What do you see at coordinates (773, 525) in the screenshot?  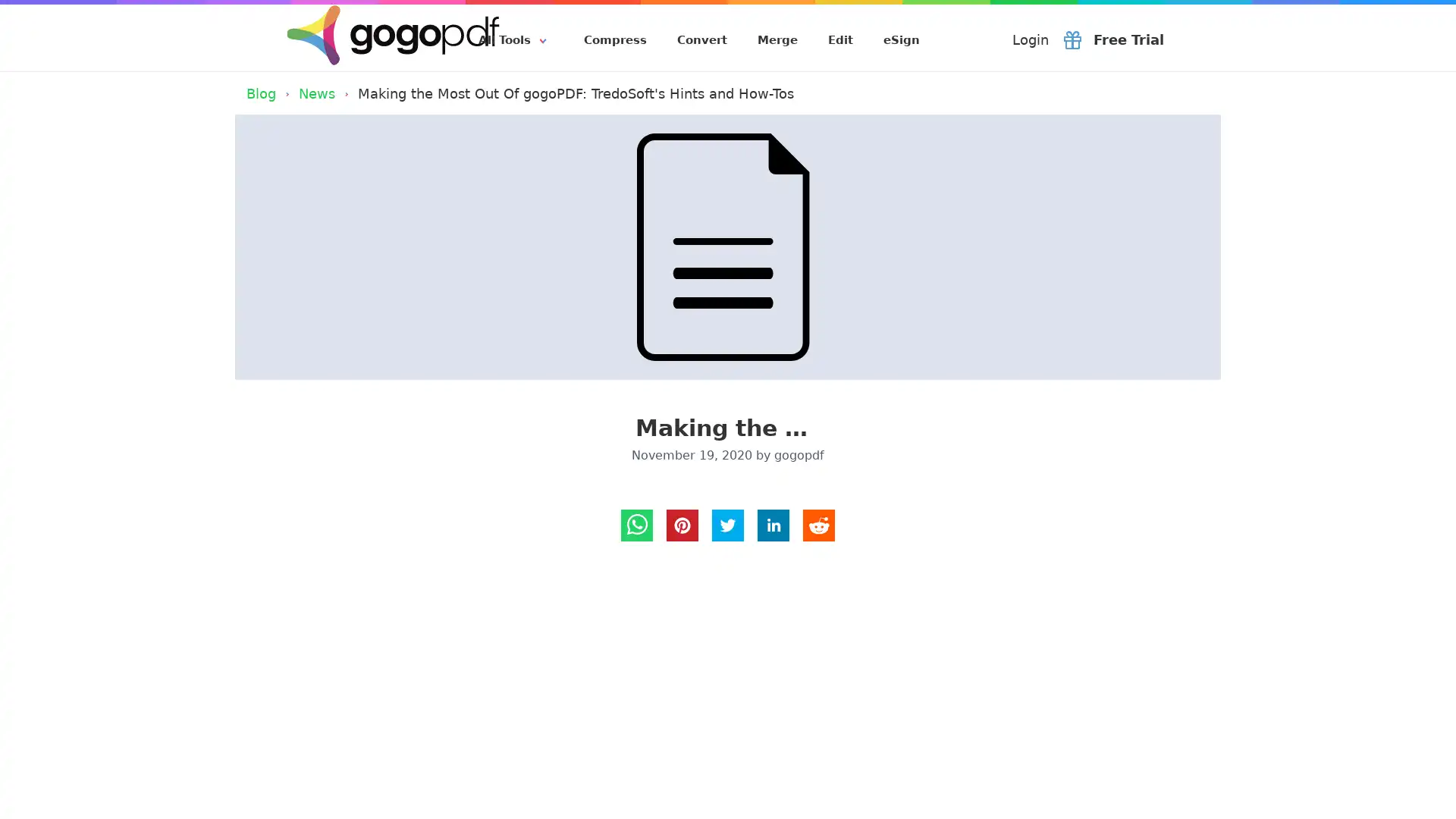 I see `LinkedIn` at bounding box center [773, 525].